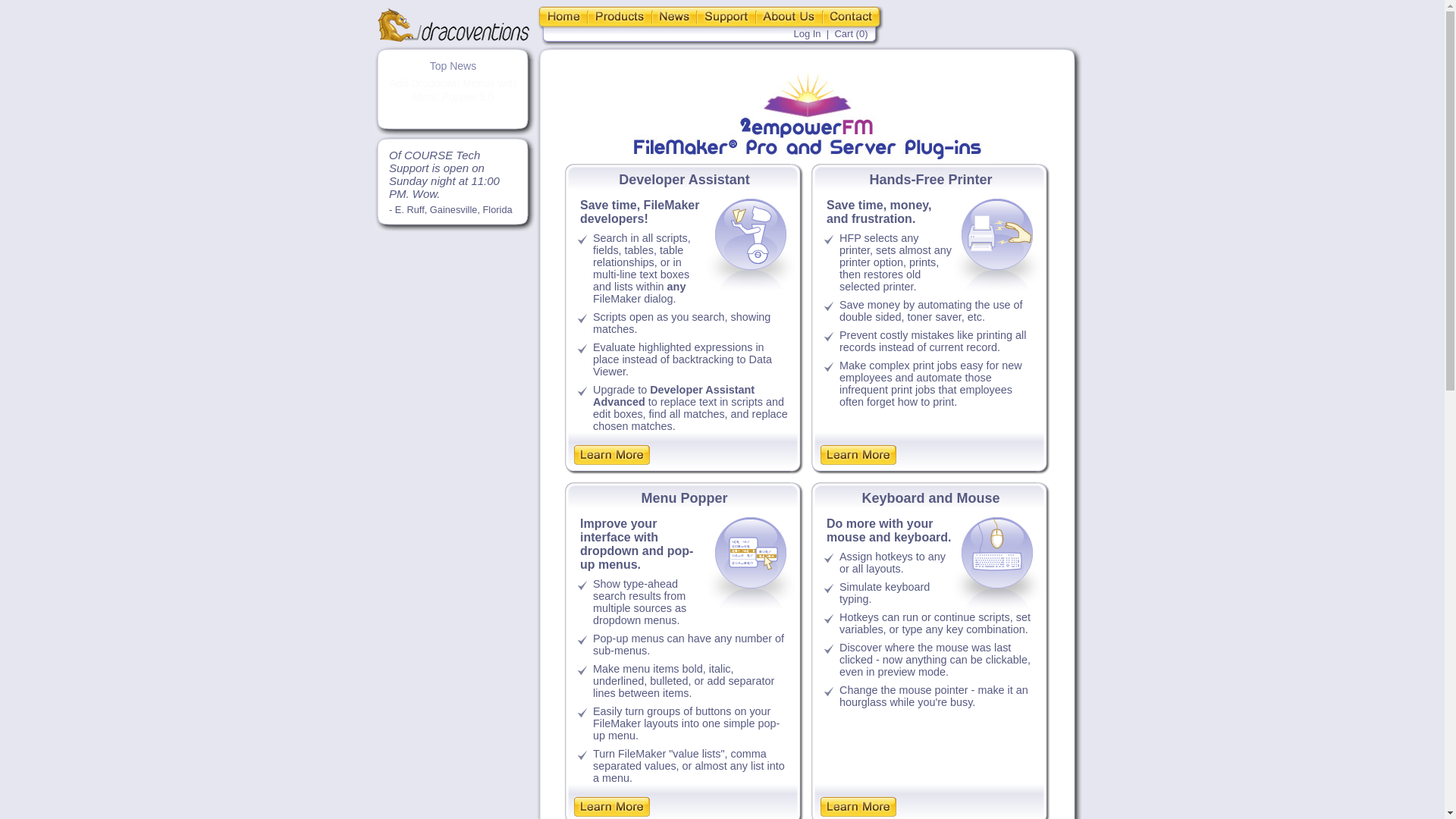 Image resolution: width=1456 pixels, height=819 pixels. I want to click on 'Log In', so click(806, 33).